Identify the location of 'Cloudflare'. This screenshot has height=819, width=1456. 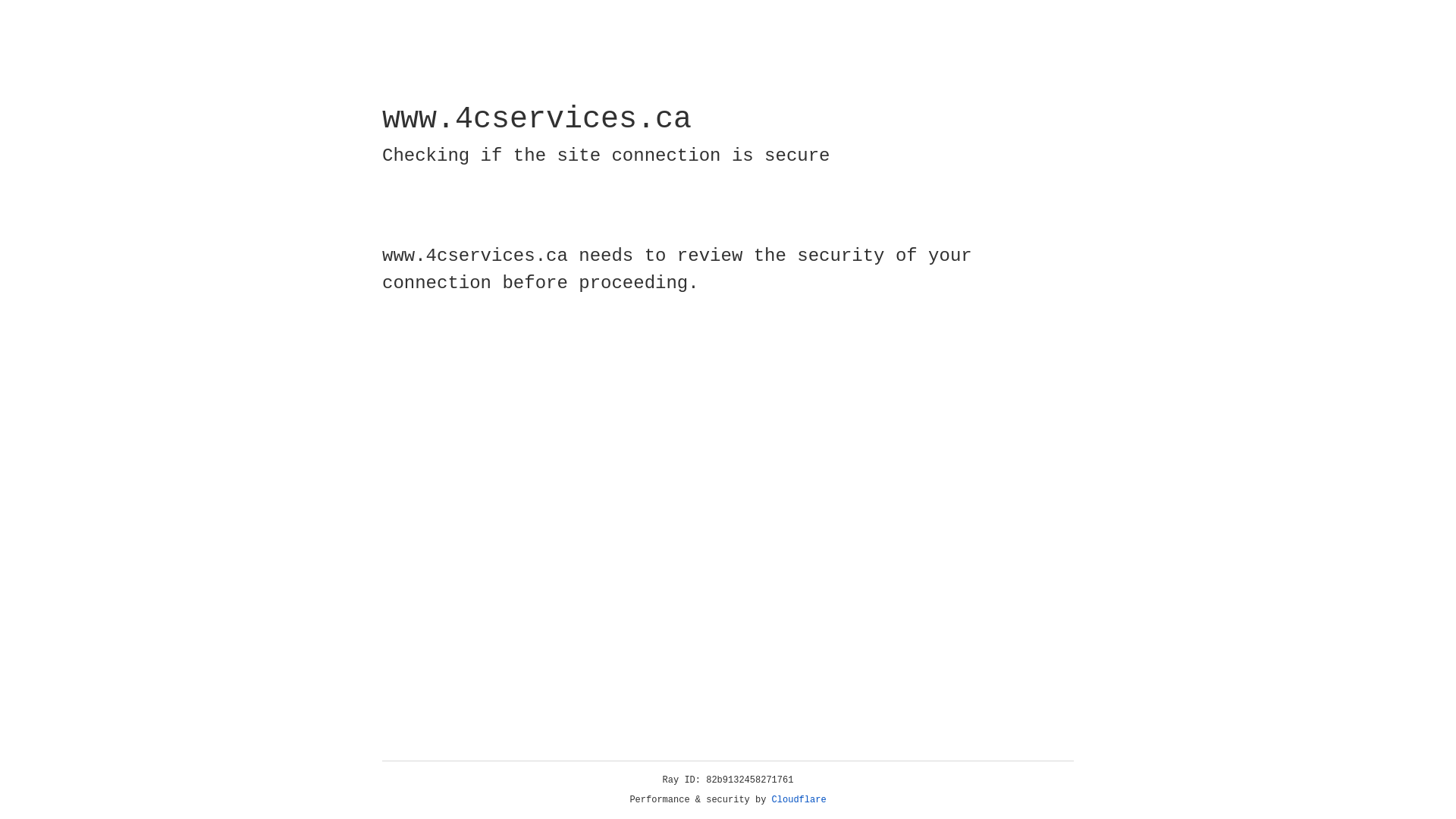
(771, 799).